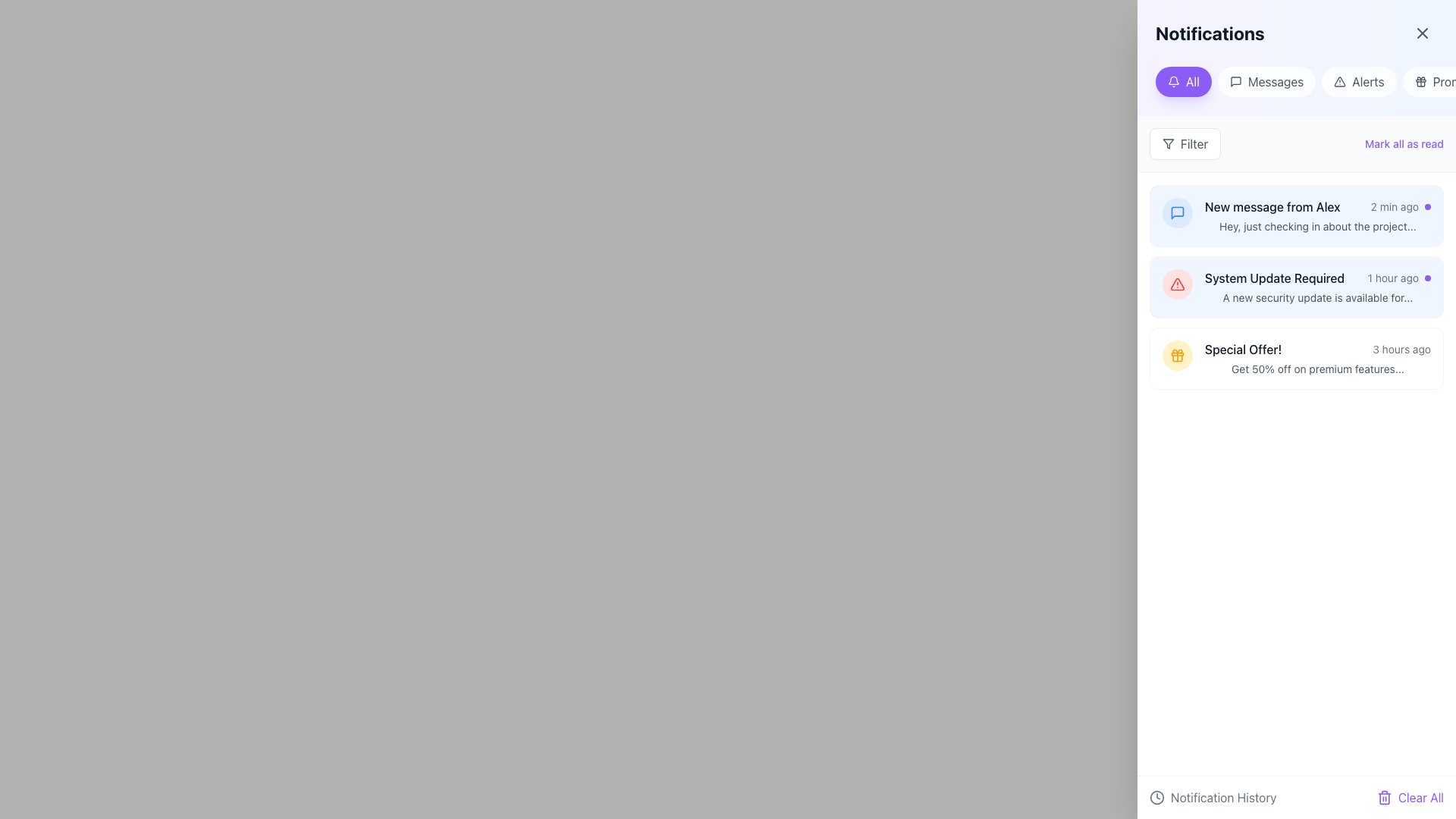  Describe the element at coordinates (1409, 797) in the screenshot. I see `the 'Clear All' button, which is a violet text label with a trash can icon, located at the far-right position of the horizontal bar at the bottom of the interface` at that location.